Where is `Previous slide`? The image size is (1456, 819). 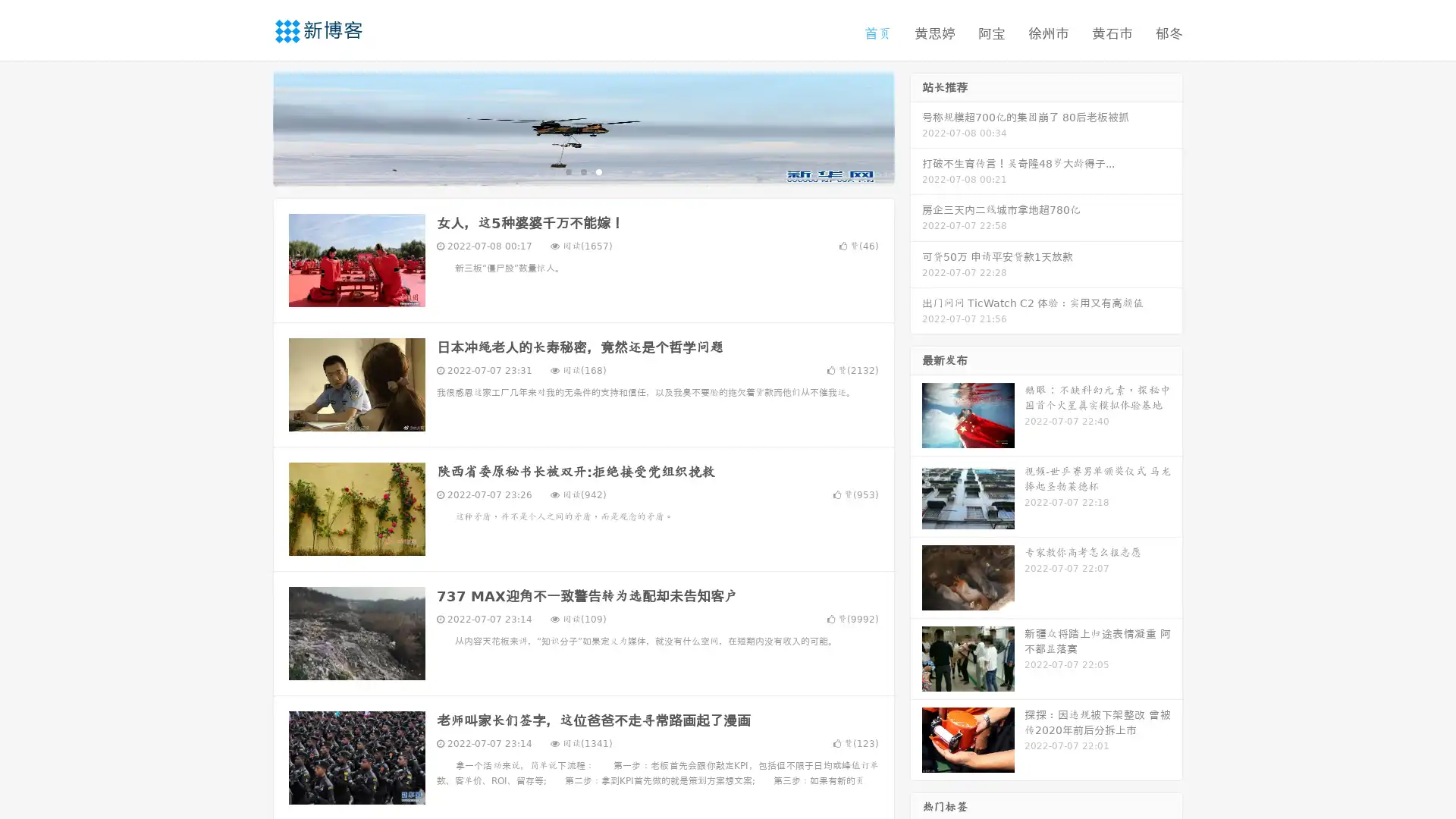
Previous slide is located at coordinates (250, 127).